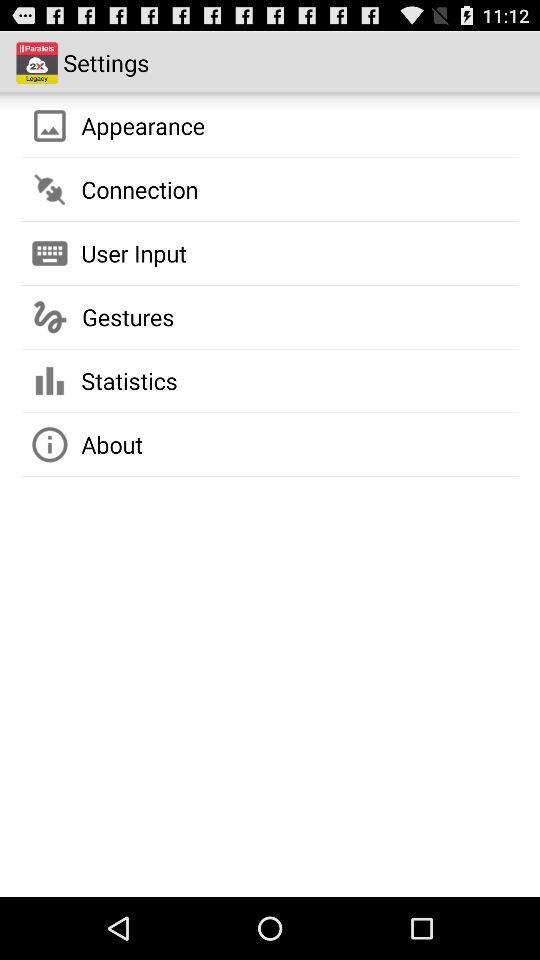  I want to click on about icon, so click(112, 444).